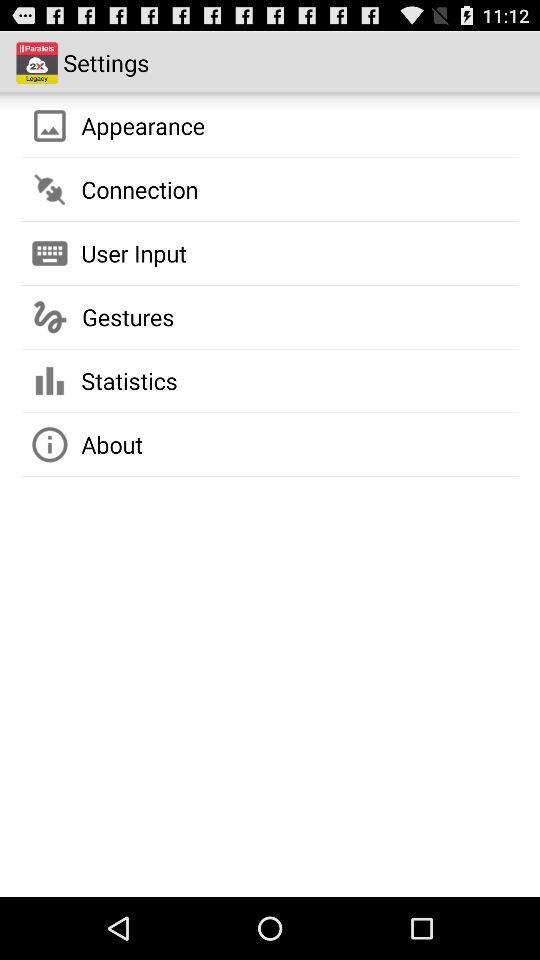  I want to click on about icon, so click(112, 444).